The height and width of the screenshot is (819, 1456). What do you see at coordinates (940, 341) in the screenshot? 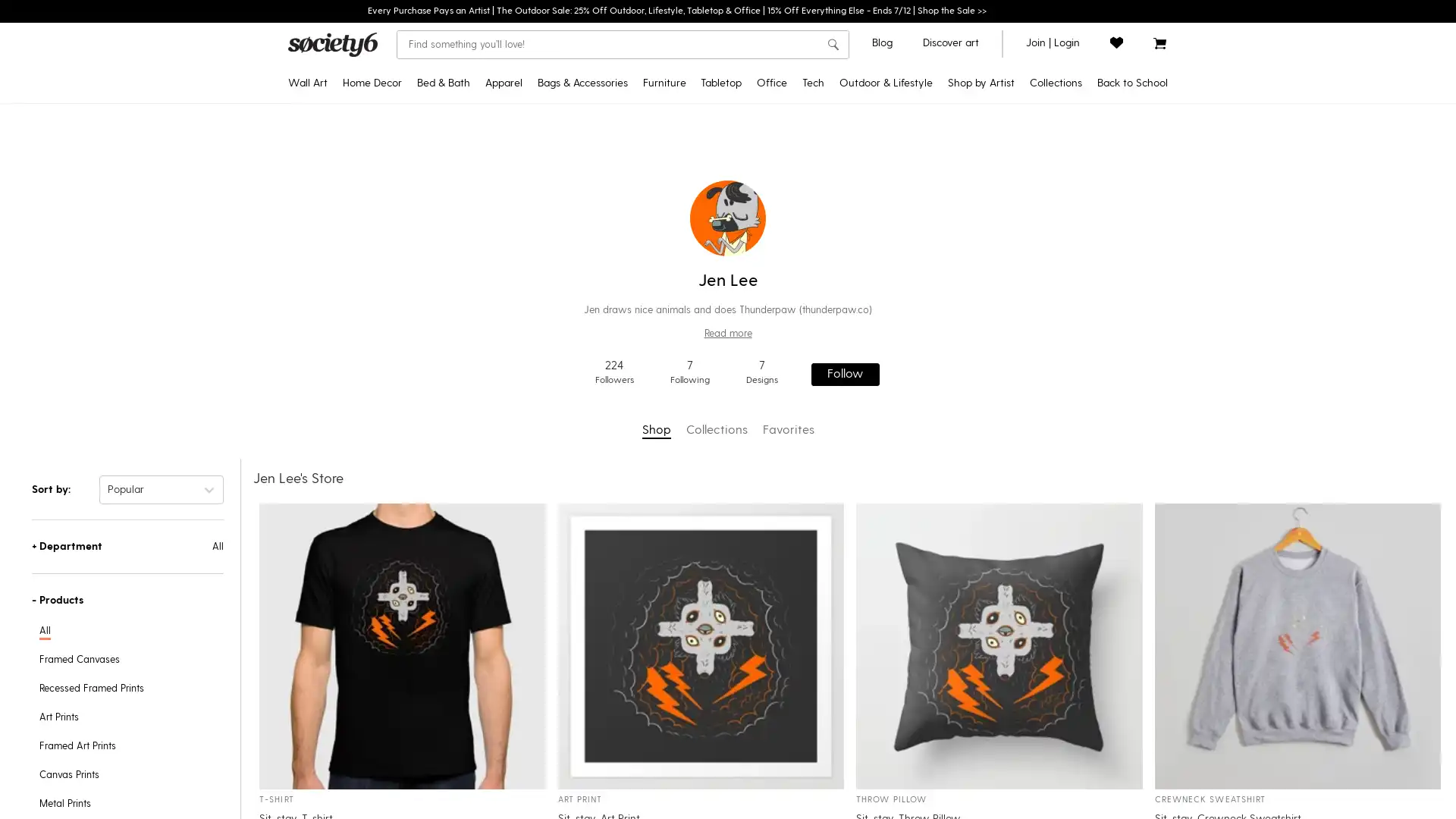
I see `Shop by Artist` at bounding box center [940, 341].